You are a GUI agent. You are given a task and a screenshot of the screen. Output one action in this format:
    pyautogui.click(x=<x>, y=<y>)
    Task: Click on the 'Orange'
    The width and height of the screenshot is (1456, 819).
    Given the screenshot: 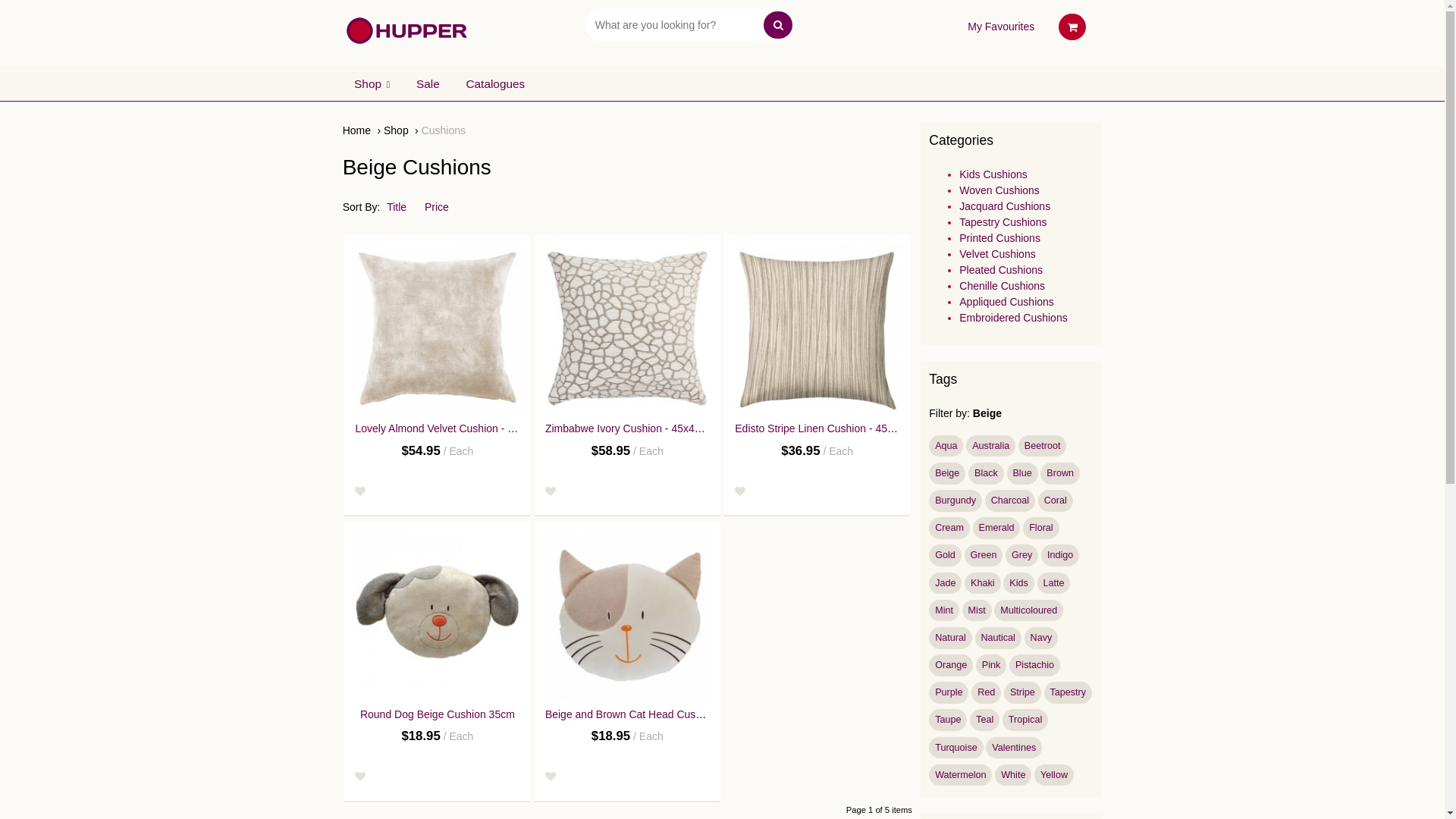 What is the action you would take?
    pyautogui.click(x=949, y=664)
    